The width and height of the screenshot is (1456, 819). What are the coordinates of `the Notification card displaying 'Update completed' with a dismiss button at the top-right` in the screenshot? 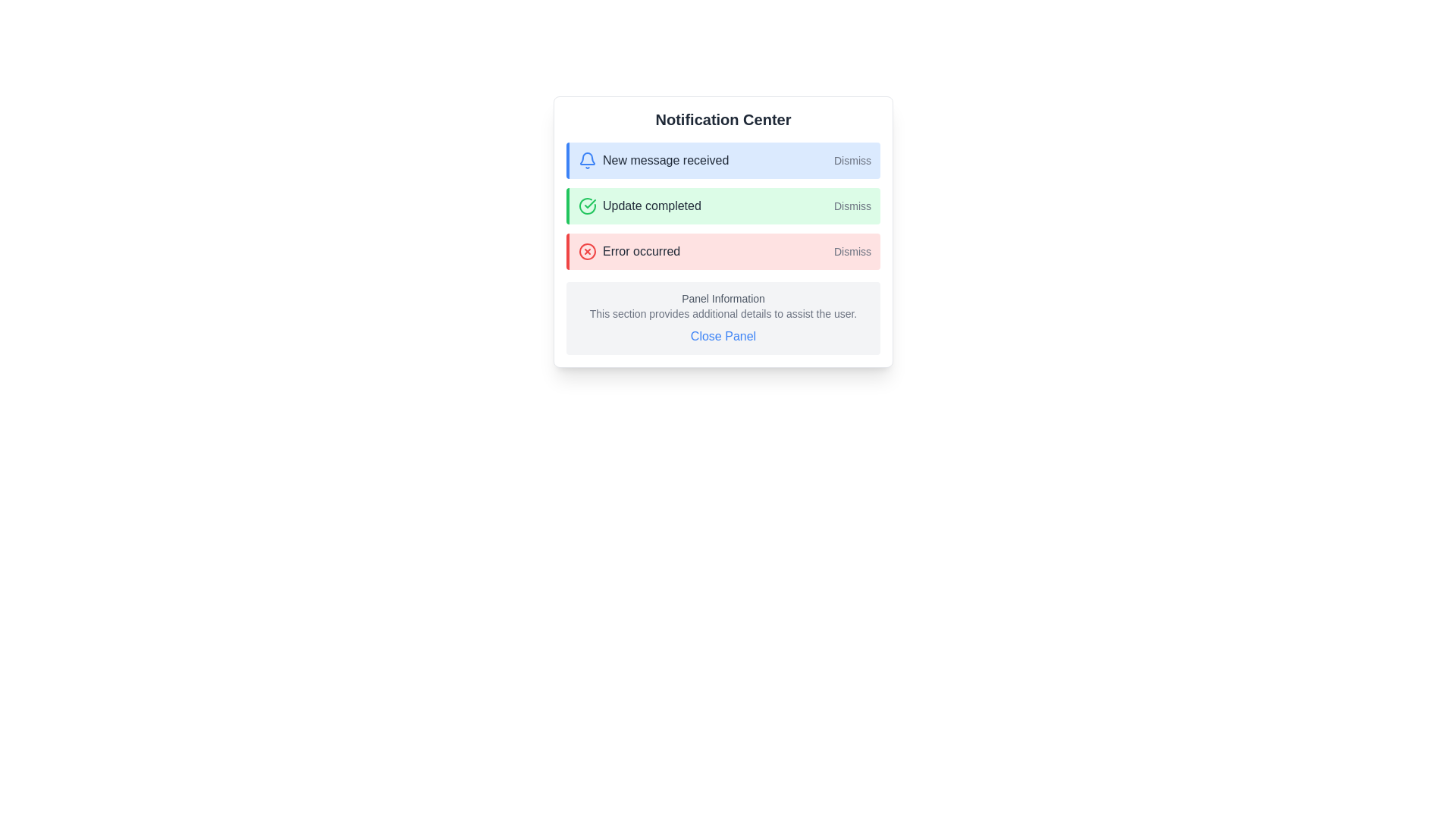 It's located at (723, 231).